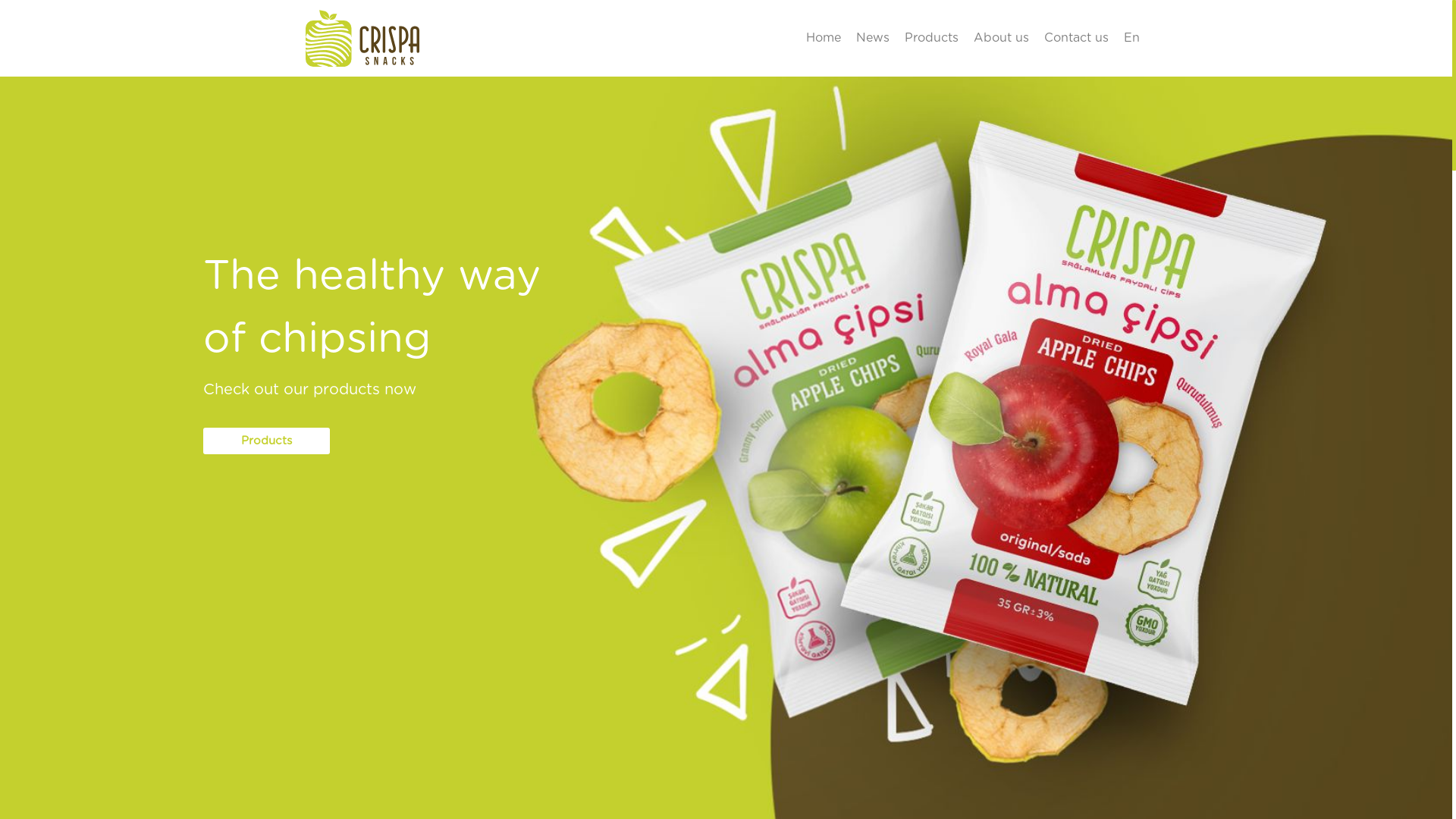 This screenshot has width=1456, height=819. What do you see at coordinates (1075, 37) in the screenshot?
I see `'Contact us'` at bounding box center [1075, 37].